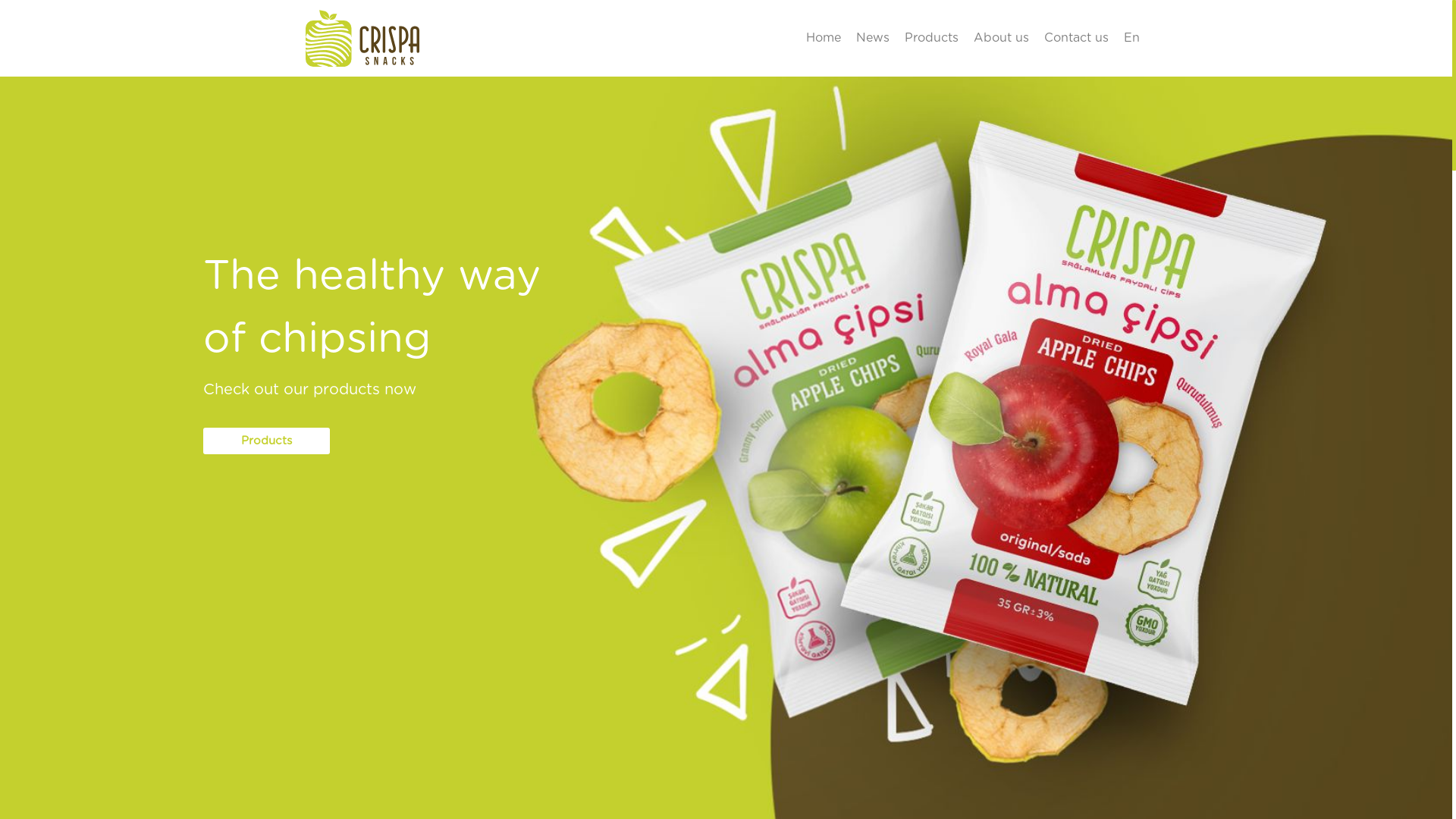 This screenshot has width=1456, height=819. What do you see at coordinates (1075, 37) in the screenshot?
I see `'Contact us'` at bounding box center [1075, 37].